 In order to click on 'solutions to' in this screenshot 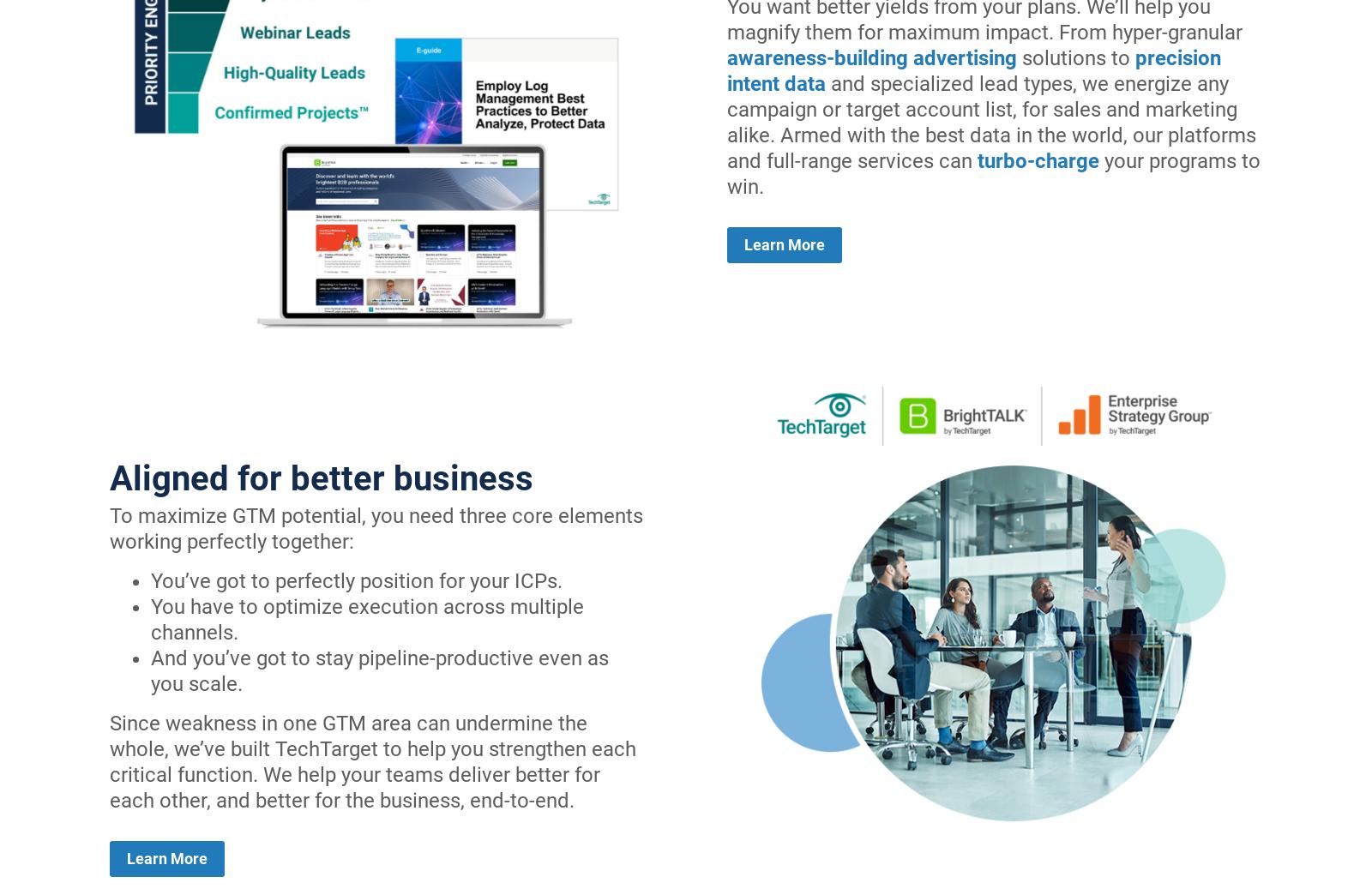, I will do `click(1075, 56)`.